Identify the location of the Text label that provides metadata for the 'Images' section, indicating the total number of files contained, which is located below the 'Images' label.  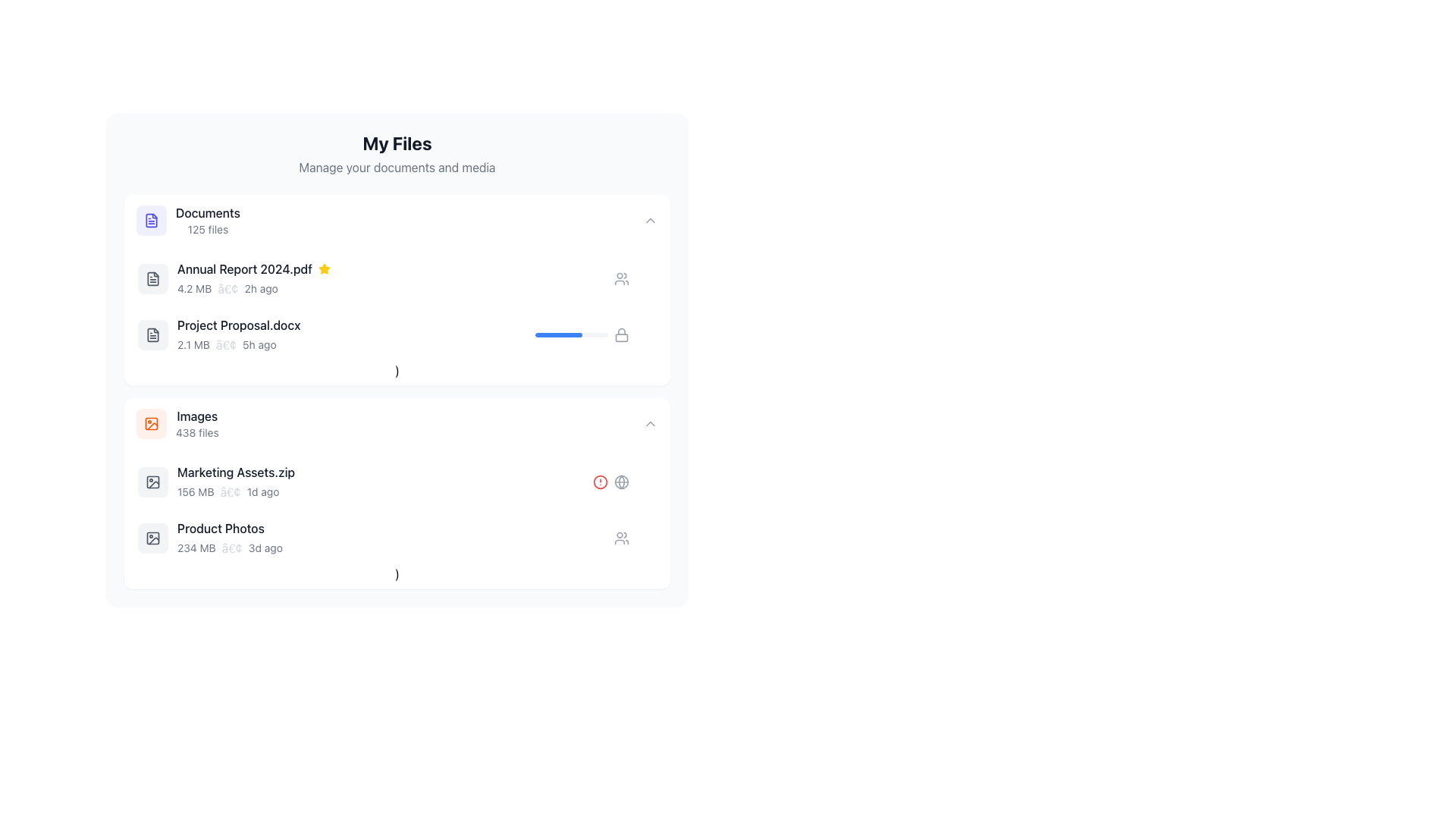
(196, 432).